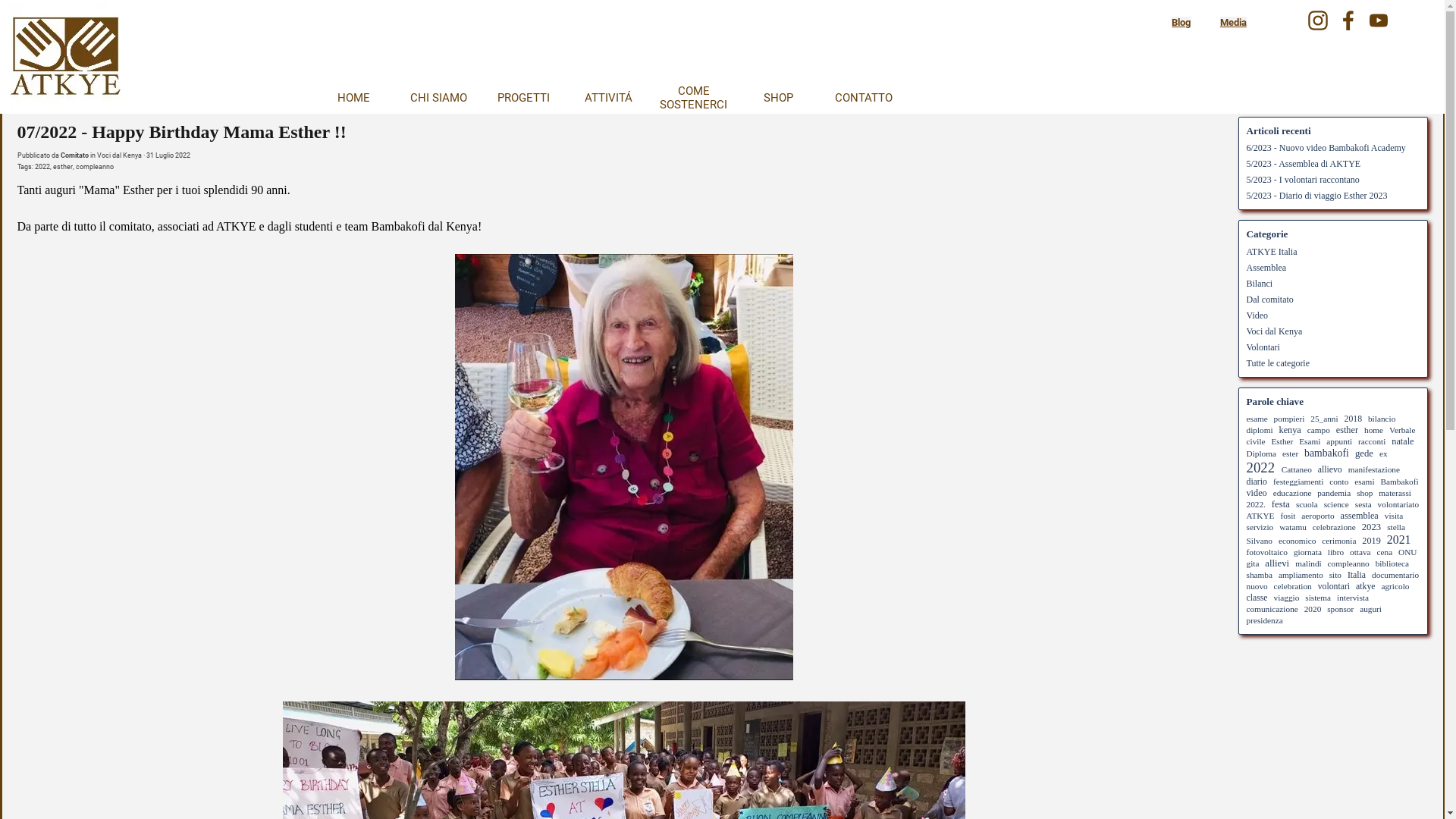 This screenshot has width=1456, height=819. I want to click on 'Assemblea', so click(1266, 267).